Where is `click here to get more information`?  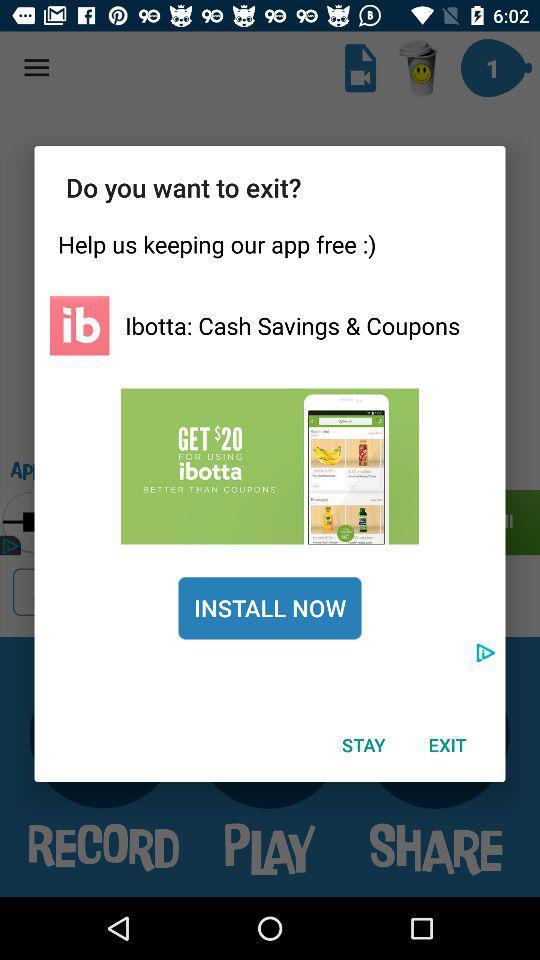
click here to get more information is located at coordinates (270, 466).